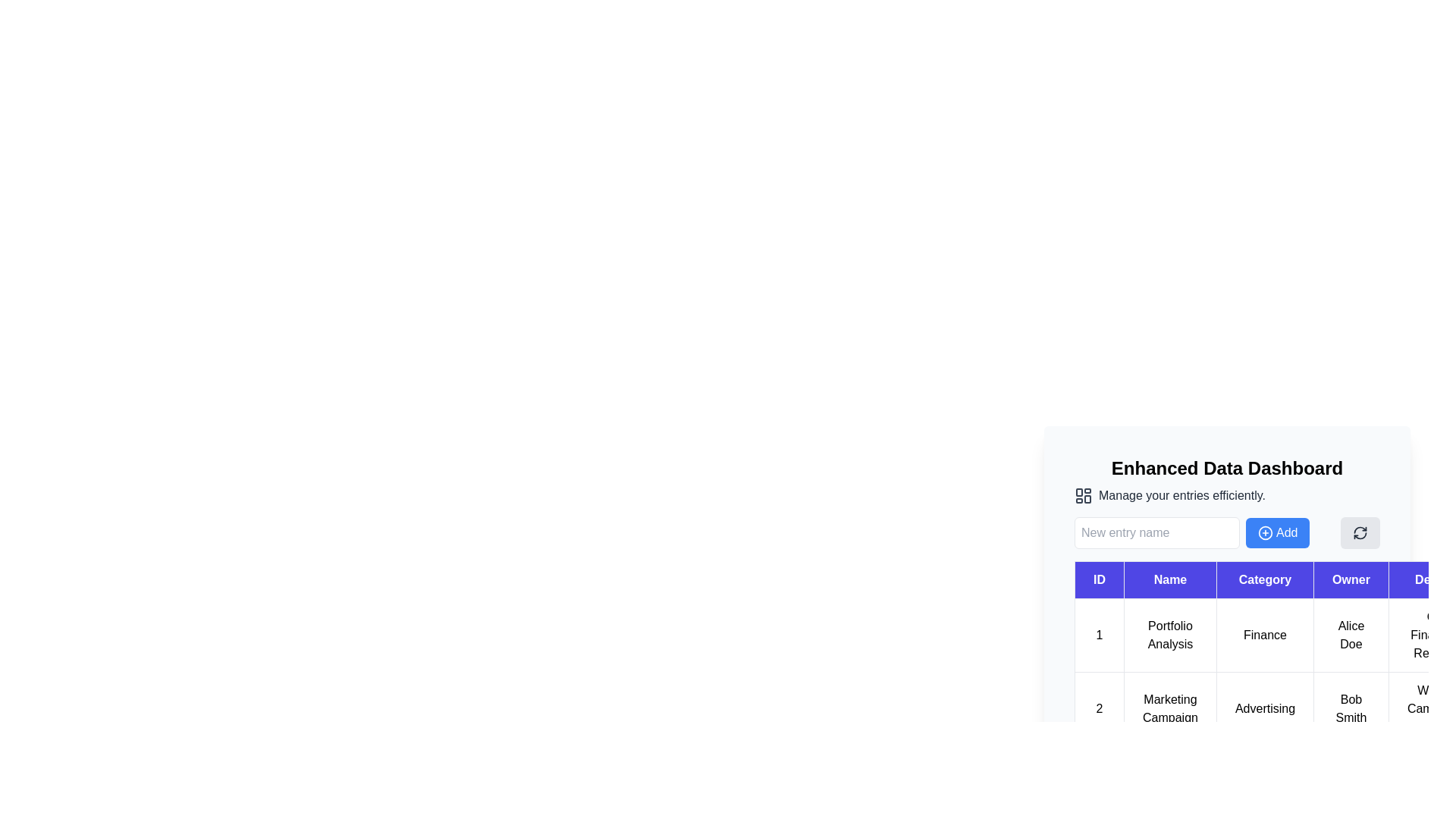 Image resolution: width=1456 pixels, height=819 pixels. Describe the element at coordinates (1227, 496) in the screenshot. I see `text content of the label that displays 'Manage your entries efficiently.' which is accompanied by a dashboard icon located beneath the title 'Enhanced Data Dashboard'` at that location.